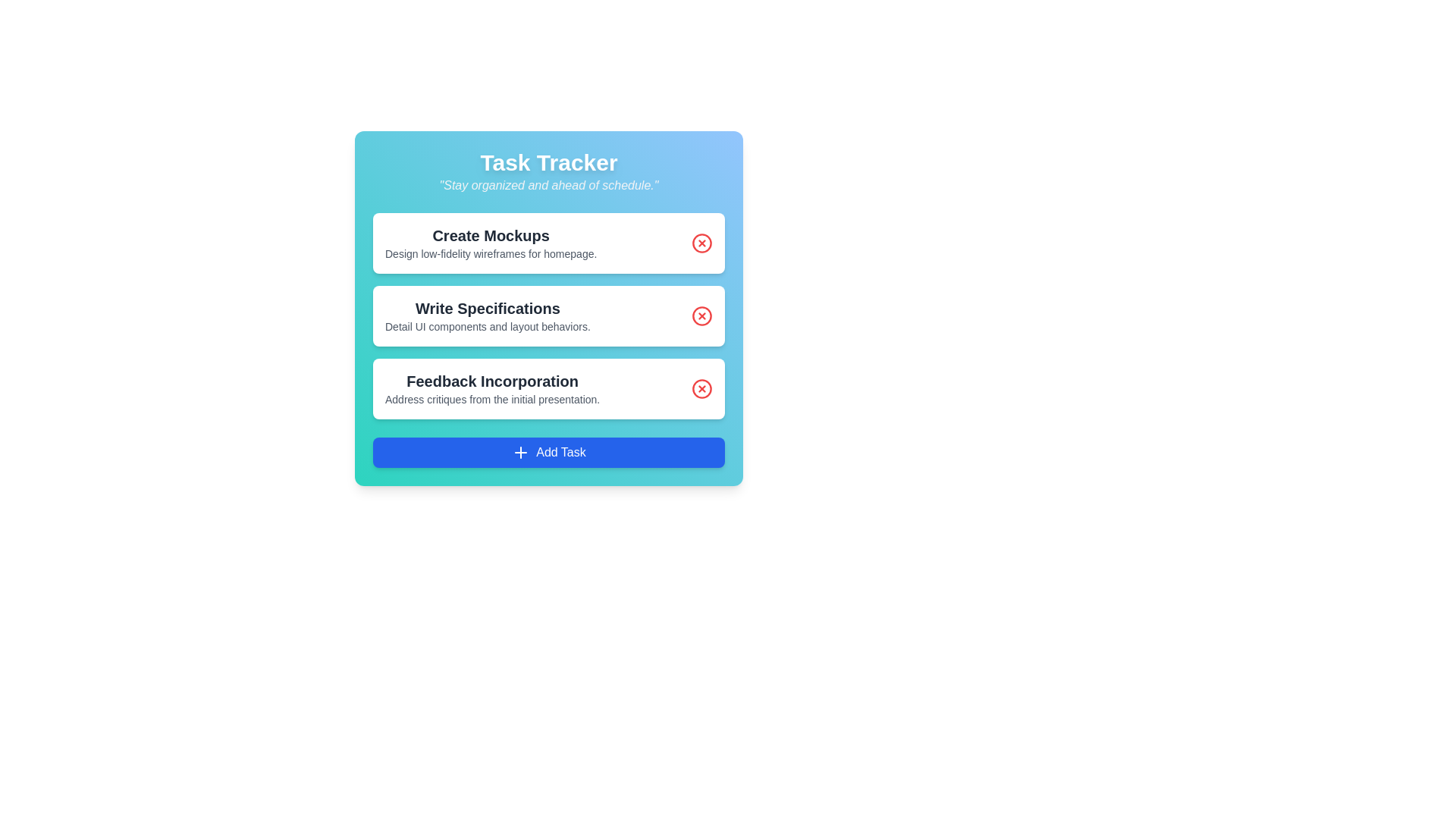 Image resolution: width=1456 pixels, height=819 pixels. I want to click on the delete icon for the task titled 'Write Specifications', so click(701, 315).